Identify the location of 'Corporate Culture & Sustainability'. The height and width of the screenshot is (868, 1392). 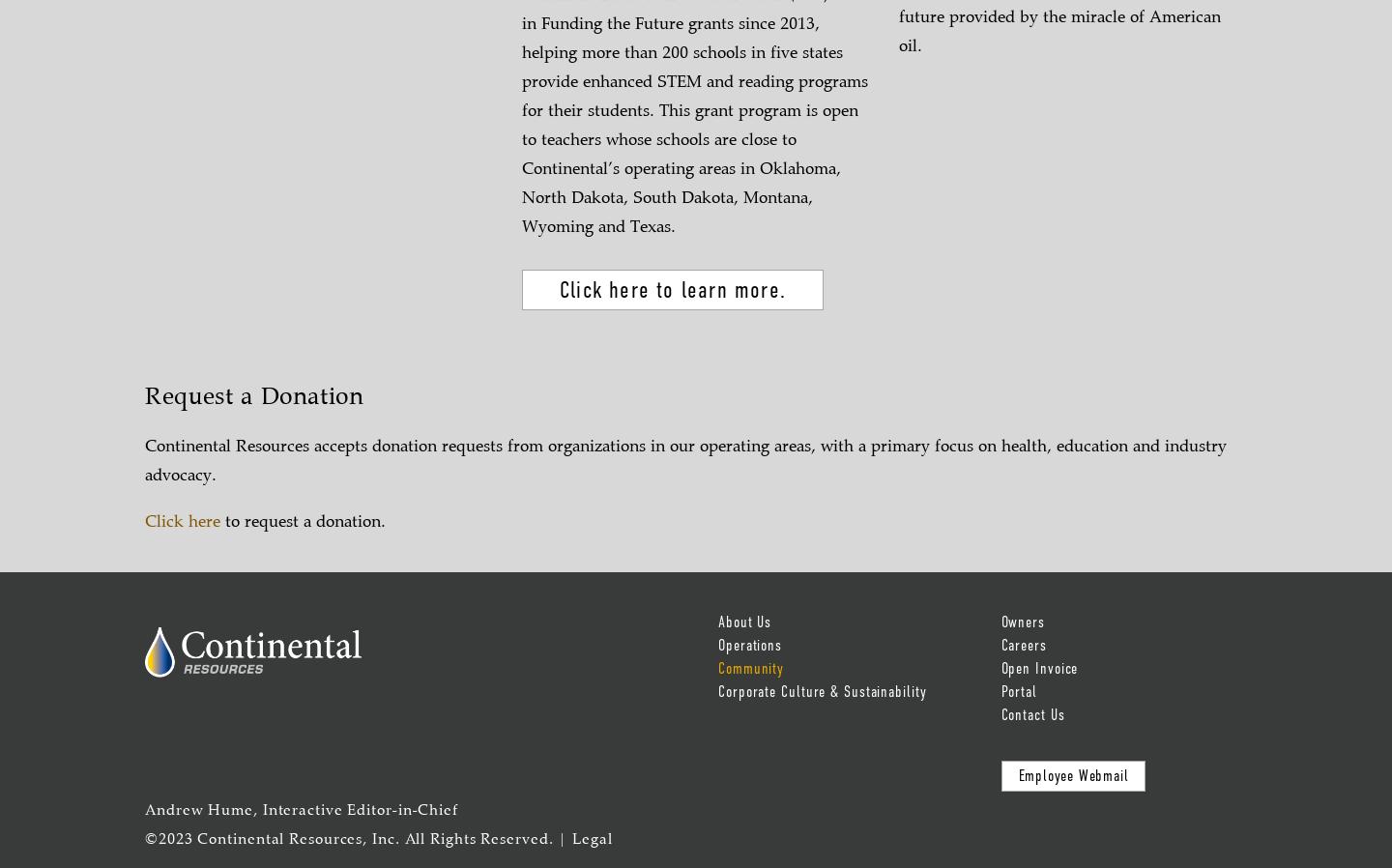
(821, 691).